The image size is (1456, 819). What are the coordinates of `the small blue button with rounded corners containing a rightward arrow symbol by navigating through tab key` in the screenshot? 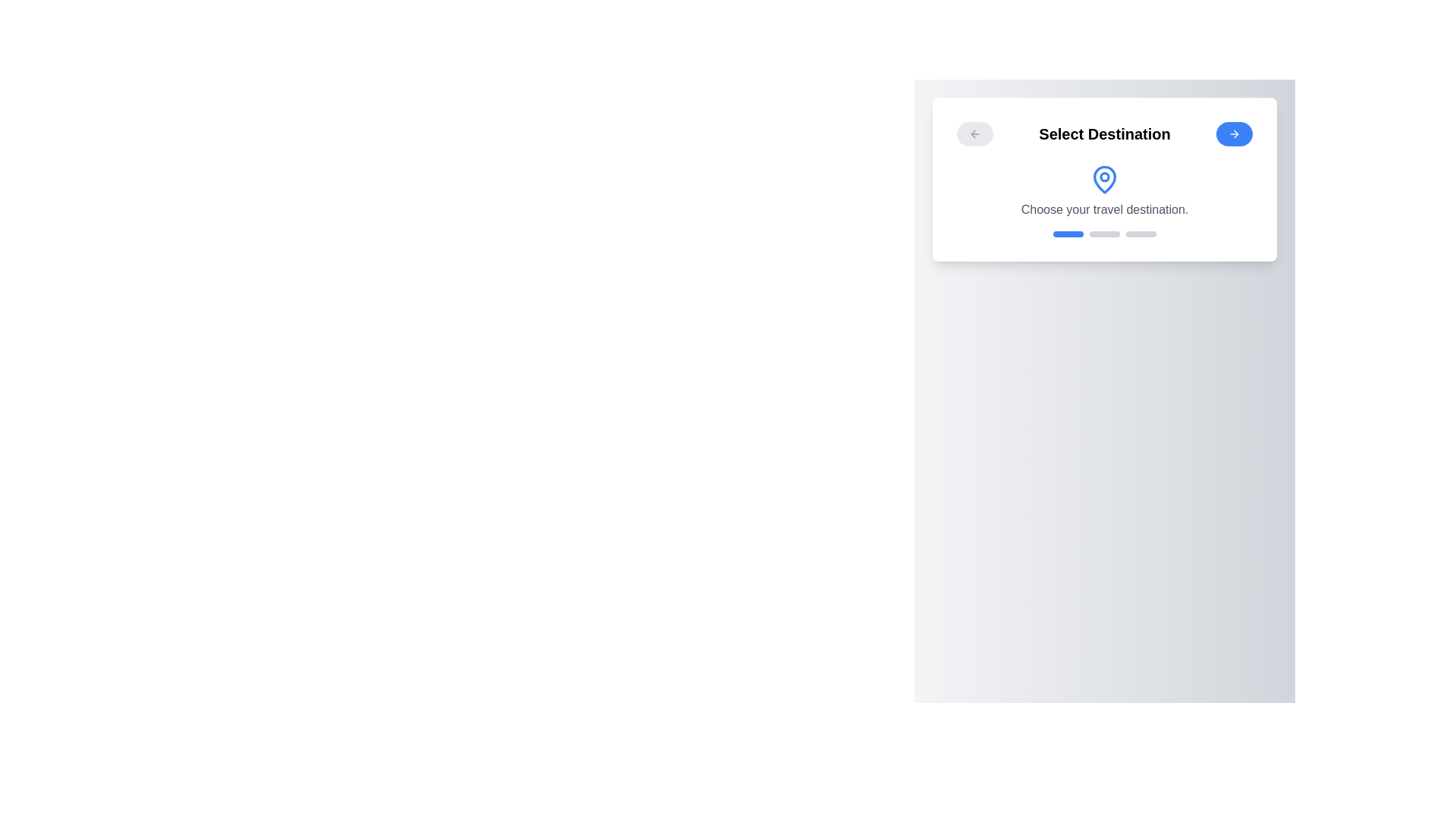 It's located at (1234, 133).